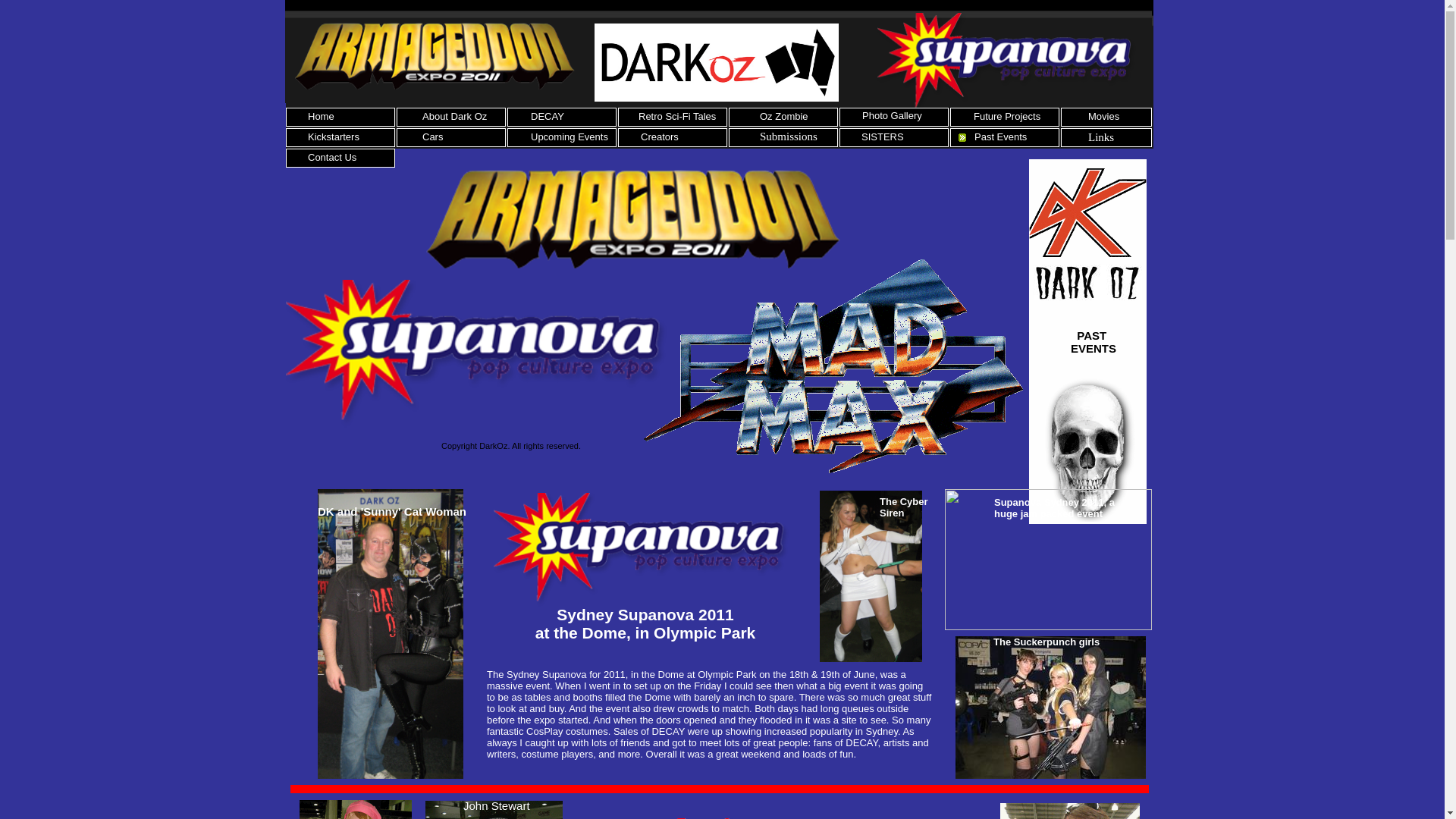 The height and width of the screenshot is (819, 1456). I want to click on 'Home', so click(307, 115).